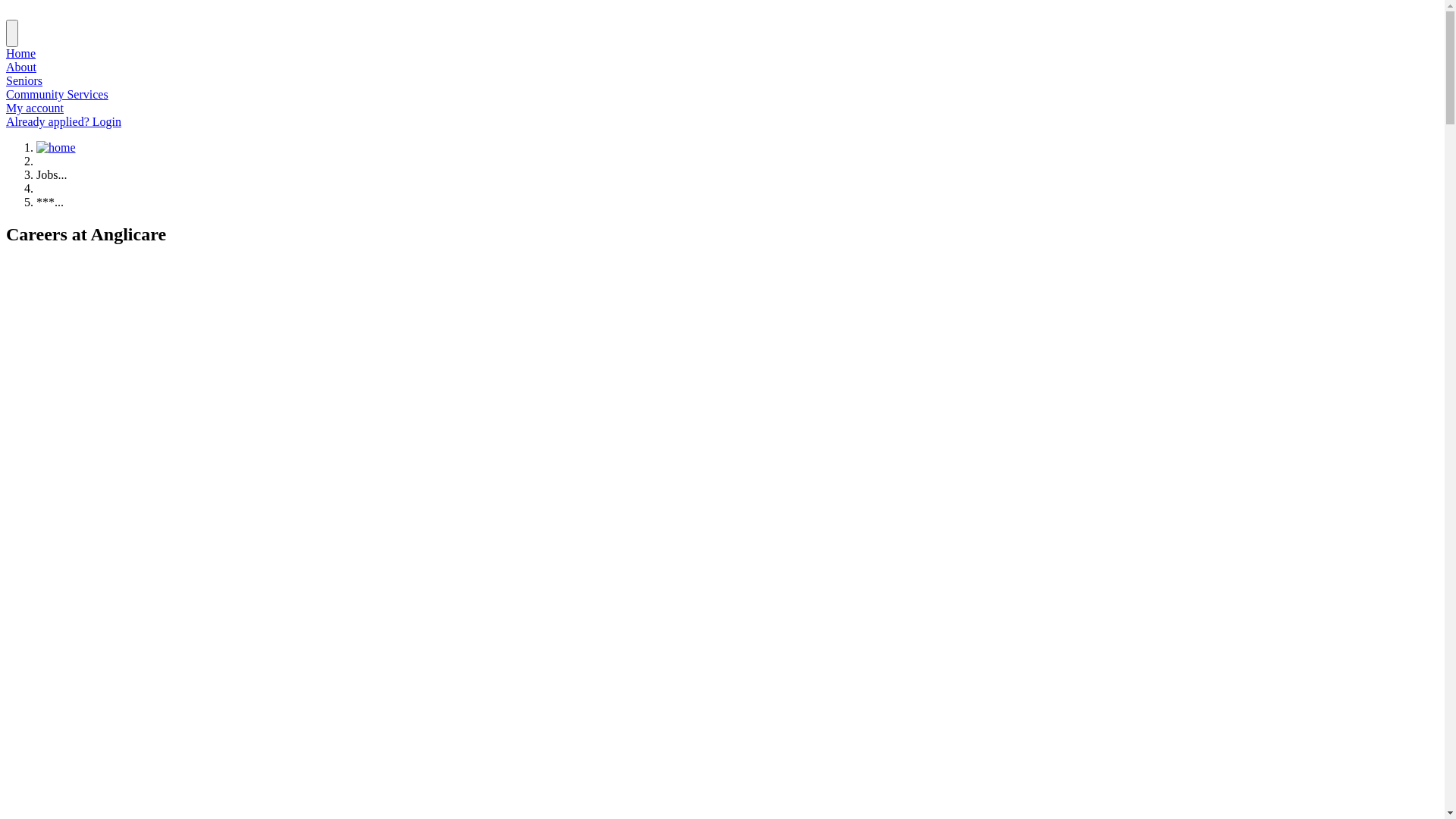 Image resolution: width=1456 pixels, height=819 pixels. Describe the element at coordinates (20, 52) in the screenshot. I see `'Home'` at that location.